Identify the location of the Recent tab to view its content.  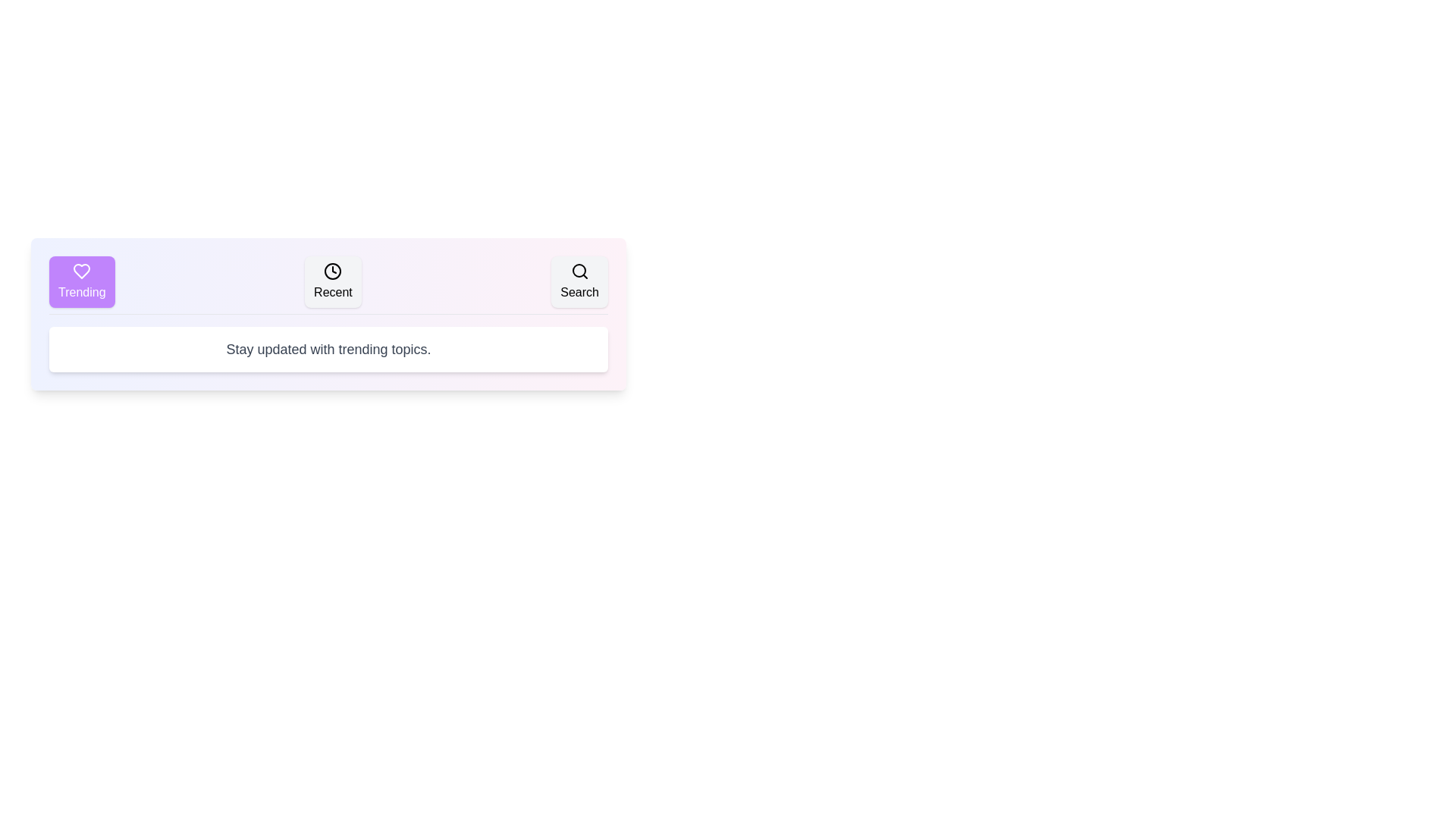
(331, 281).